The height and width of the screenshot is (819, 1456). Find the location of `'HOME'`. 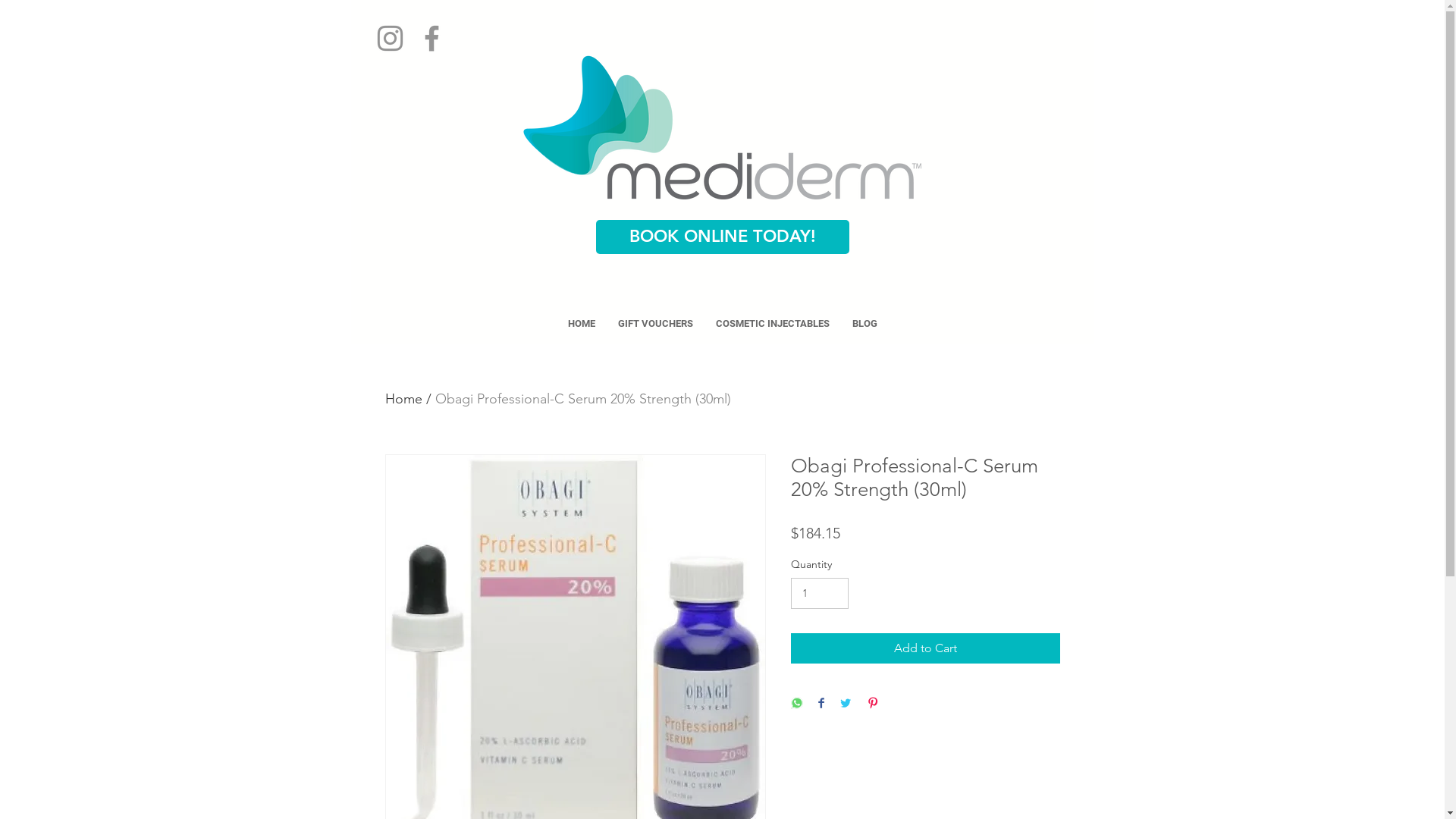

'HOME' is located at coordinates (556, 323).